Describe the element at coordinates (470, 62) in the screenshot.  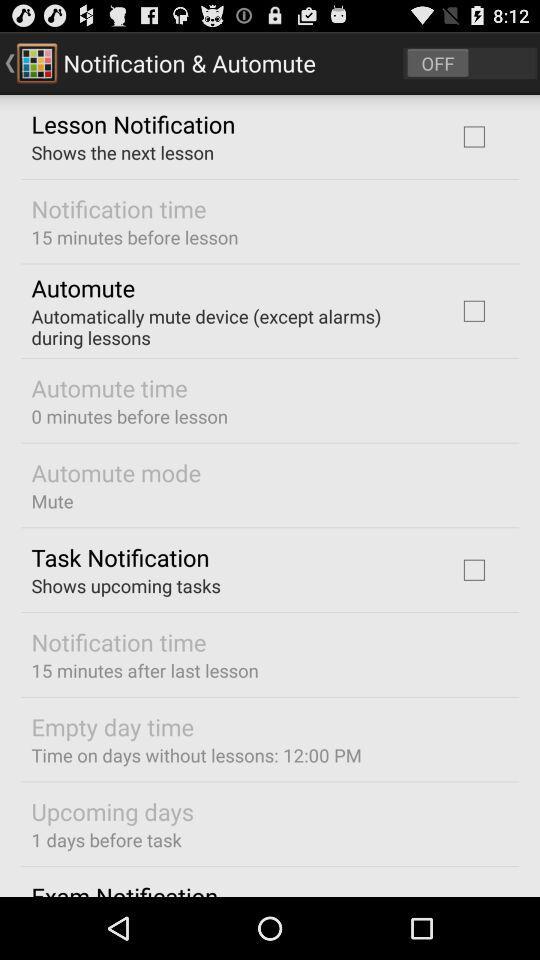
I see `app next to the notification & automute app` at that location.